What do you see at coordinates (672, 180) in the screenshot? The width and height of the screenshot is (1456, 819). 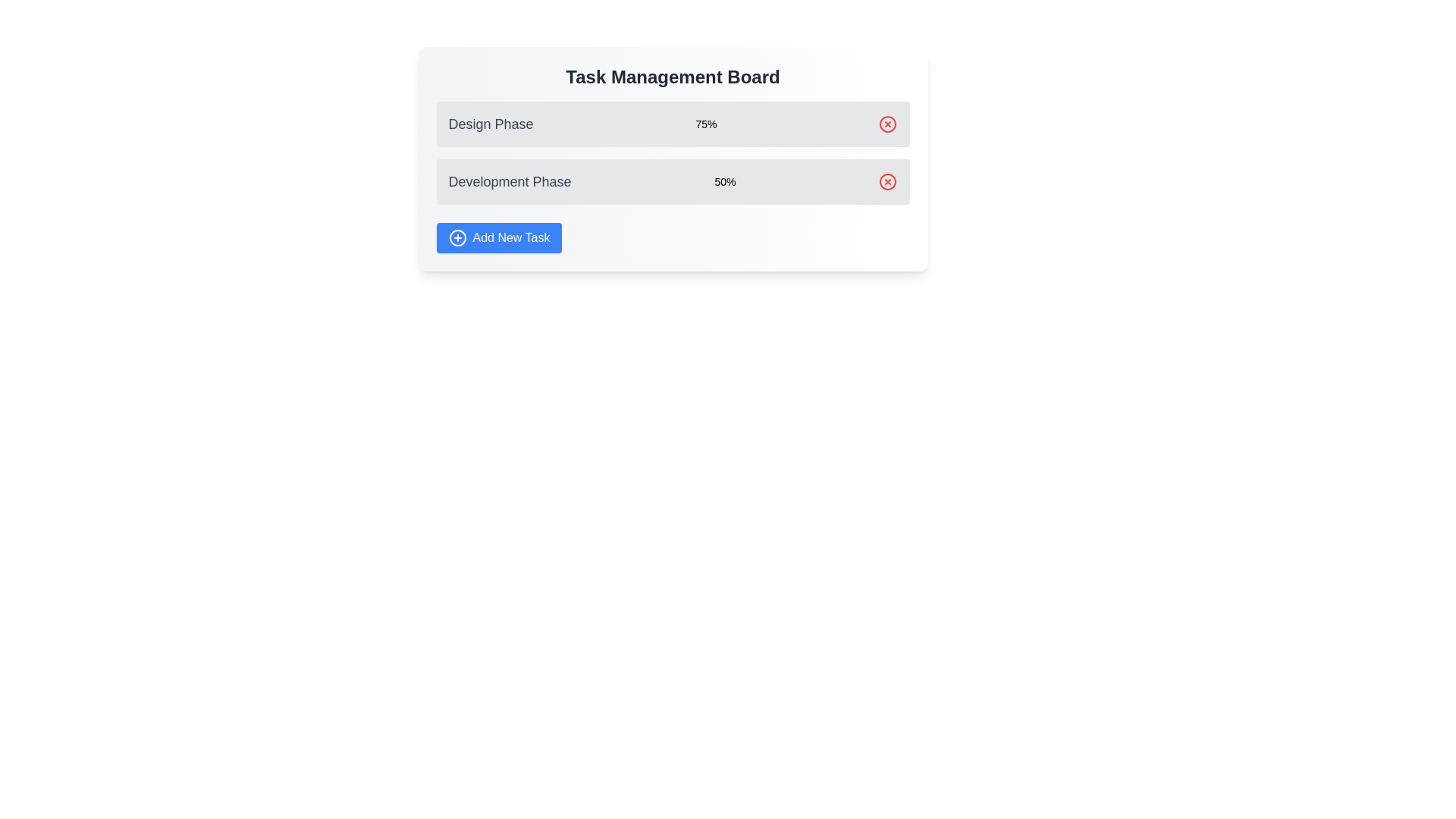 I see `the task name for the list item labeled 'Development Phase' which is the second item` at bounding box center [672, 180].